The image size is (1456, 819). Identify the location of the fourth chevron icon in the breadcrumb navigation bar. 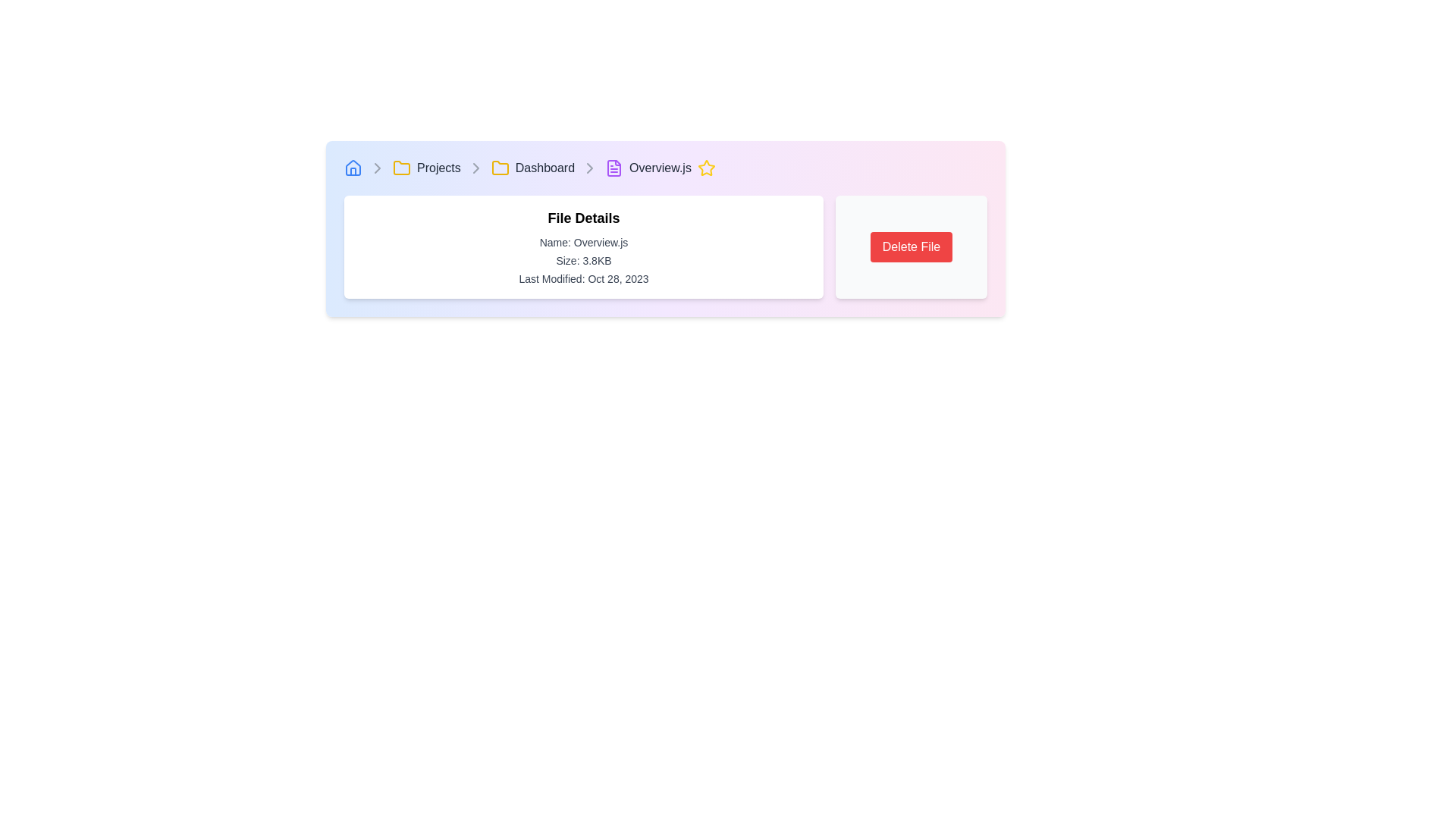
(588, 168).